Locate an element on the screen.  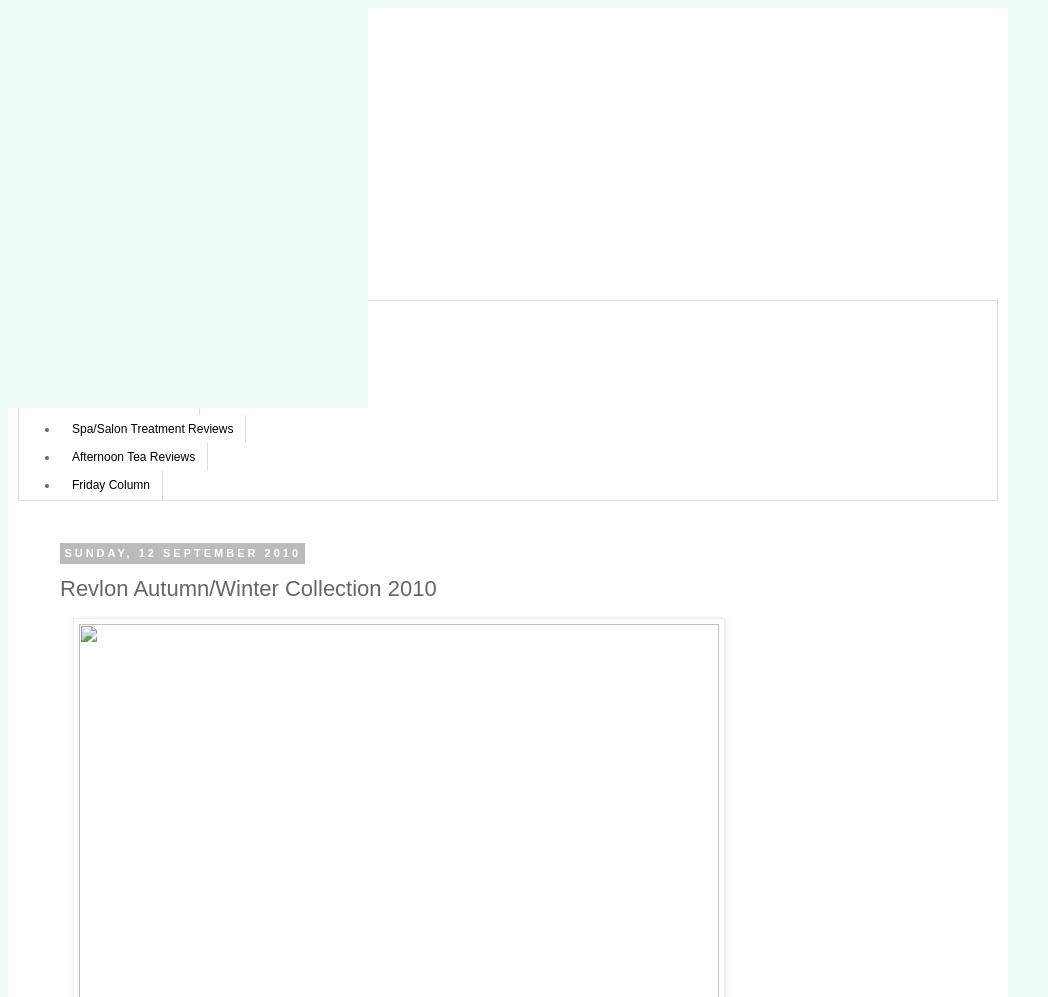
'Revlon Autumn/Winter Collection 2010' is located at coordinates (60, 588).